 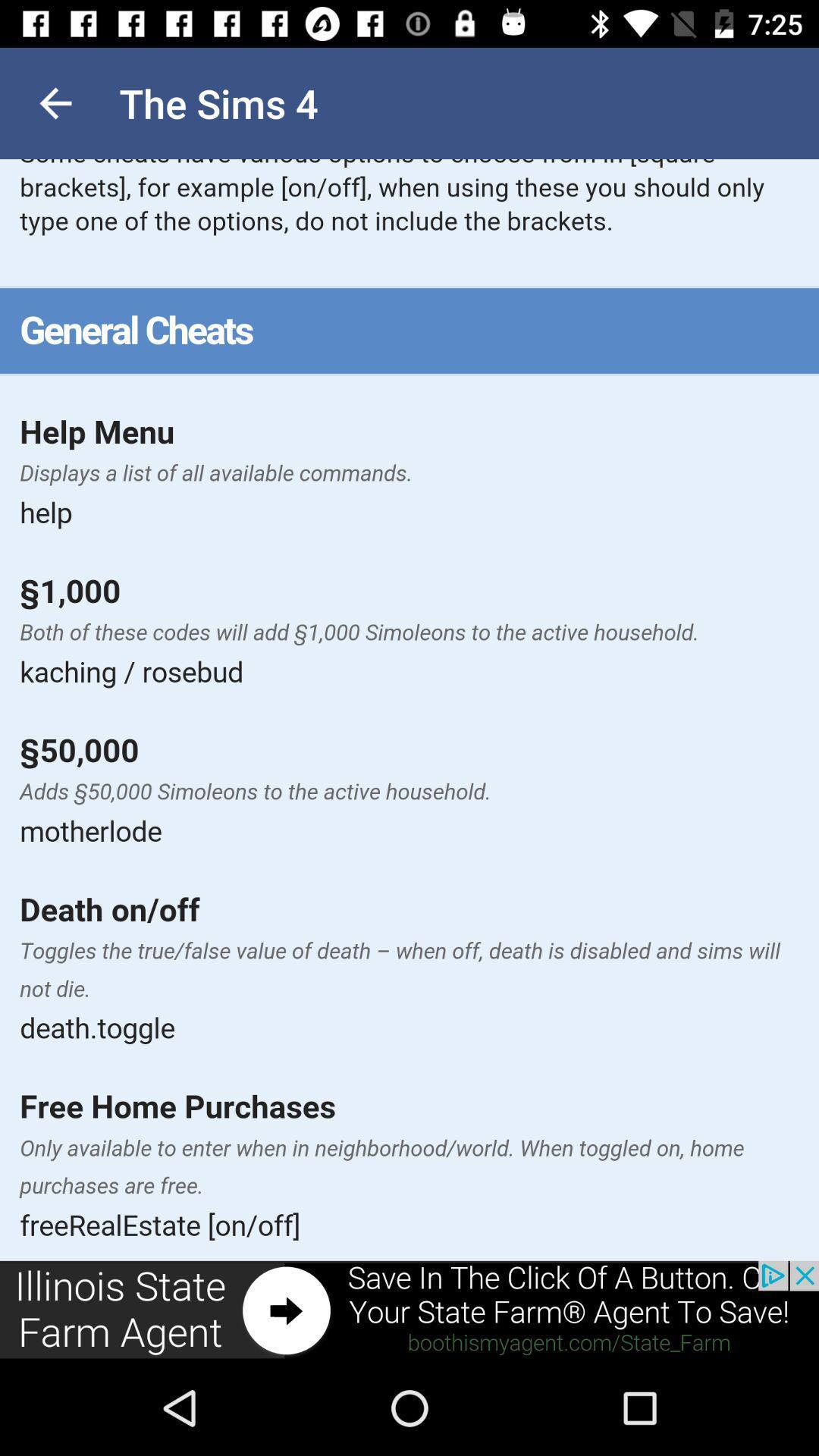 What do you see at coordinates (409, 1310) in the screenshot?
I see `advertisement area` at bounding box center [409, 1310].